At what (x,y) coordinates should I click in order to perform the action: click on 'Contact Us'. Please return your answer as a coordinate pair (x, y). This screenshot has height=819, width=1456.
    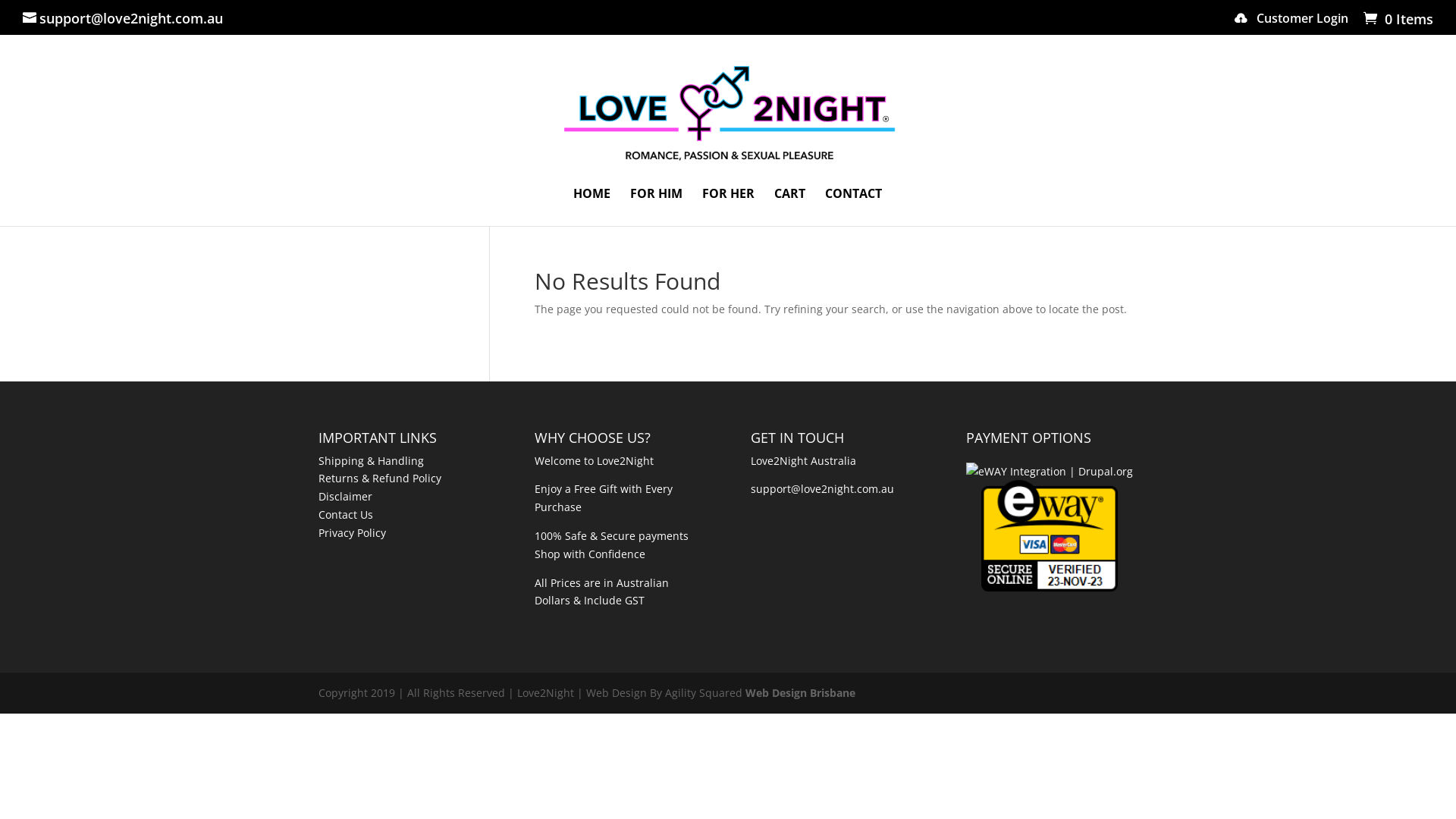
    Looking at the image, I should click on (345, 513).